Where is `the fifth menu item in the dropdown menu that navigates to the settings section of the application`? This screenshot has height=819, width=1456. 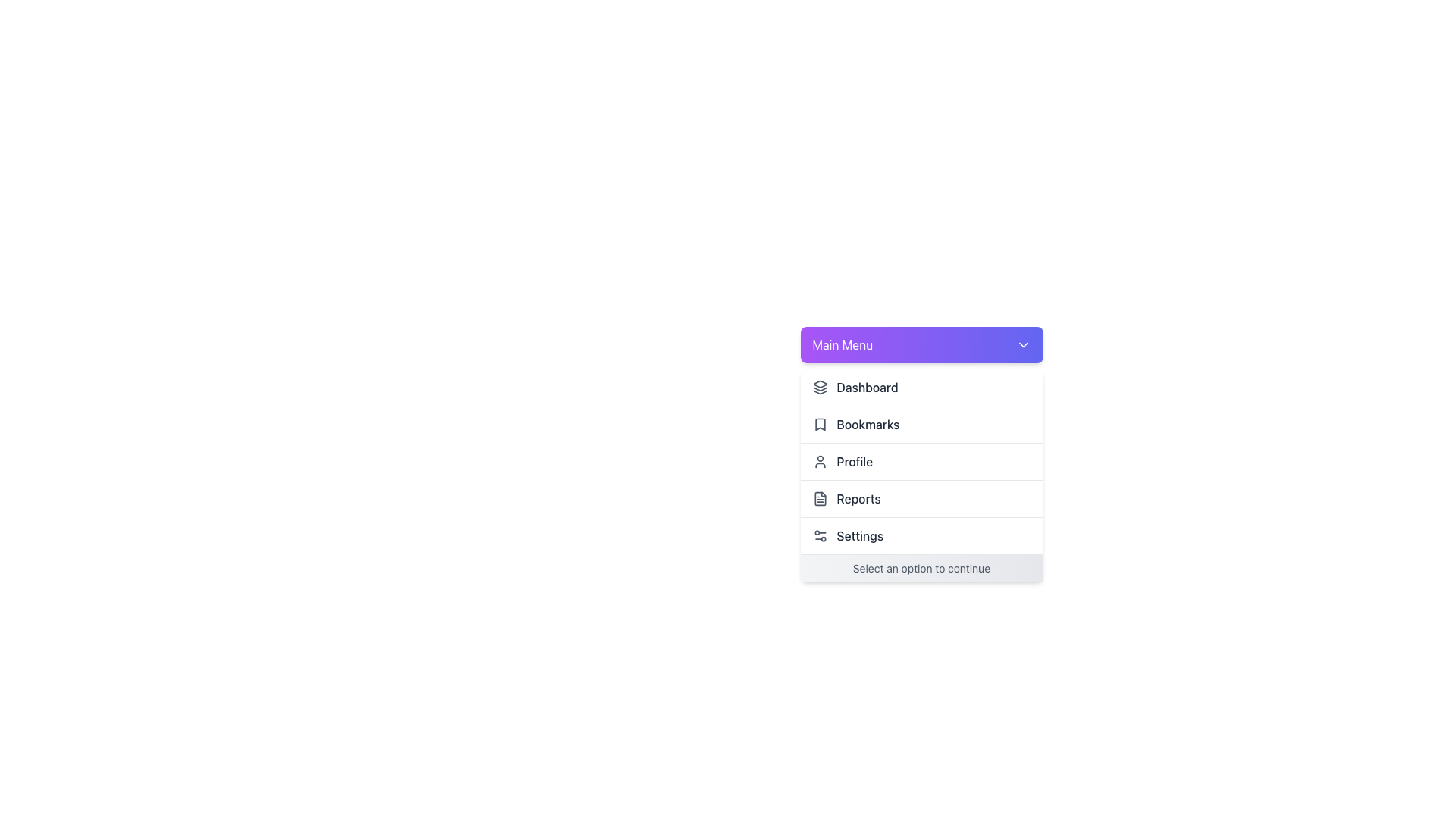 the fifth menu item in the dropdown menu that navigates to the settings section of the application is located at coordinates (921, 535).